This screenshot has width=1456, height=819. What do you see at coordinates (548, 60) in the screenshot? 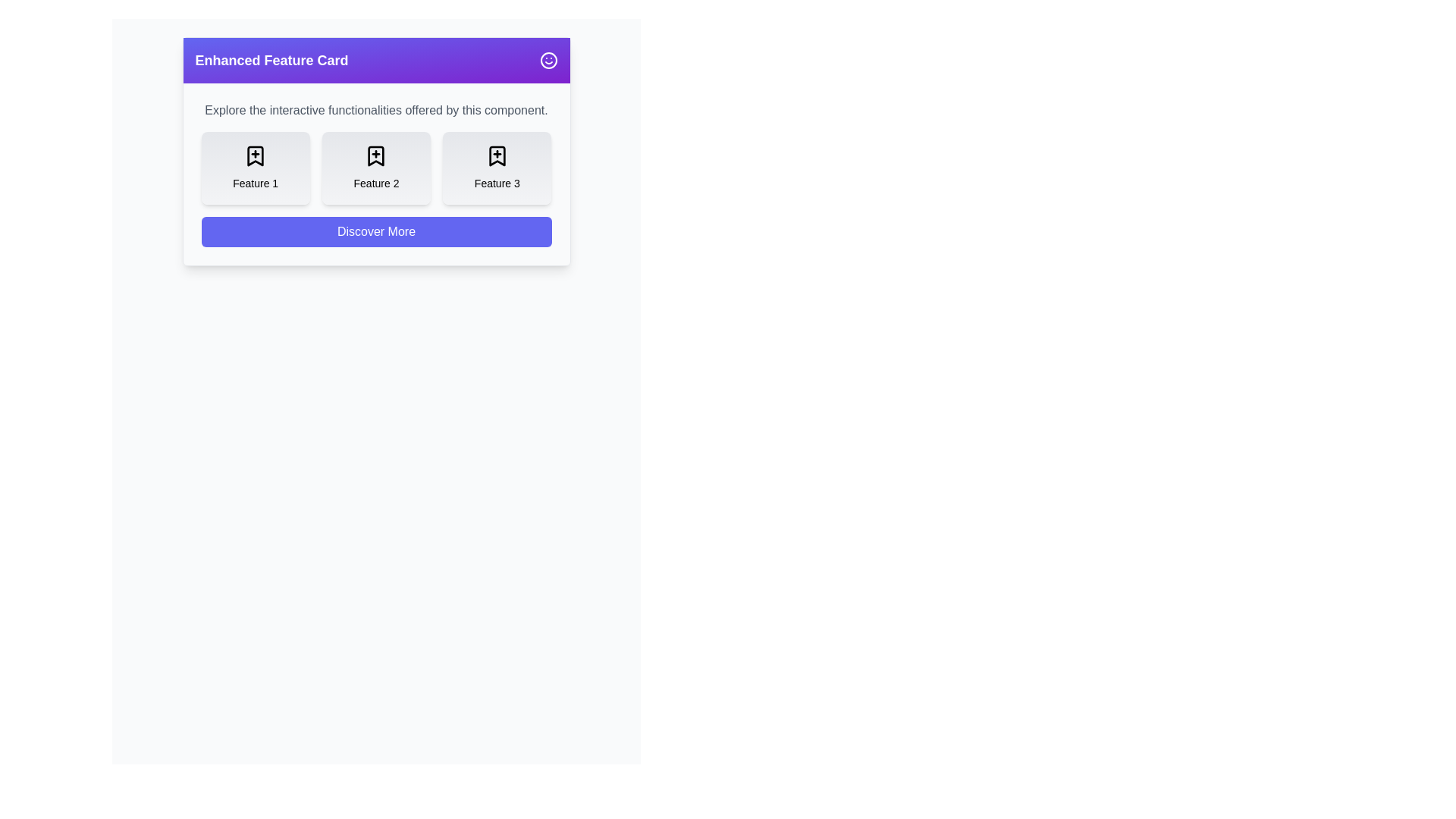
I see `the circular smiley face icon located in the top-right corner of the 'Enhanced Feature Card'` at bounding box center [548, 60].